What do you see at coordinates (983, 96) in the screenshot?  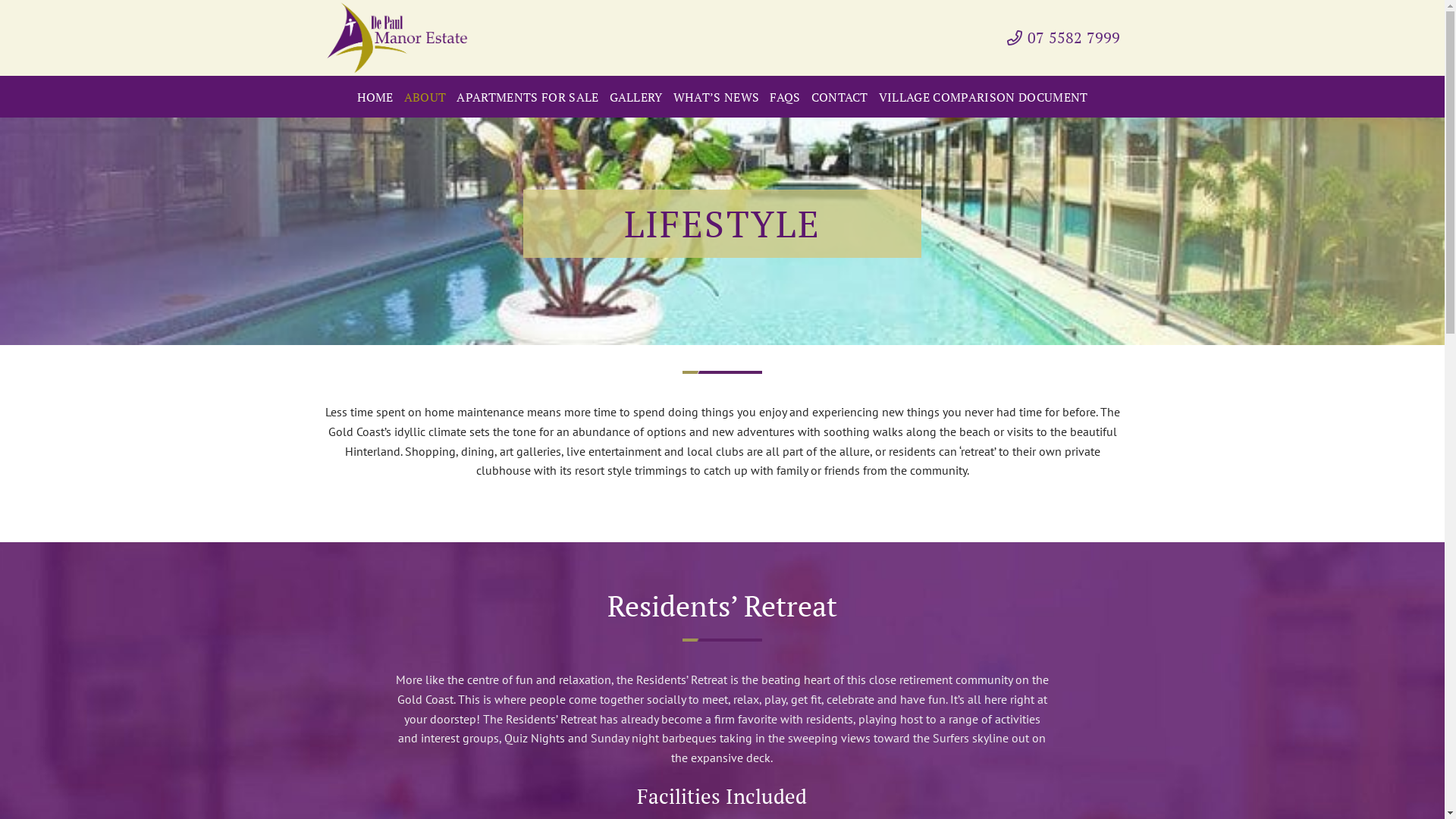 I see `'VILLAGE COMPARISON DOCUMENT'` at bounding box center [983, 96].